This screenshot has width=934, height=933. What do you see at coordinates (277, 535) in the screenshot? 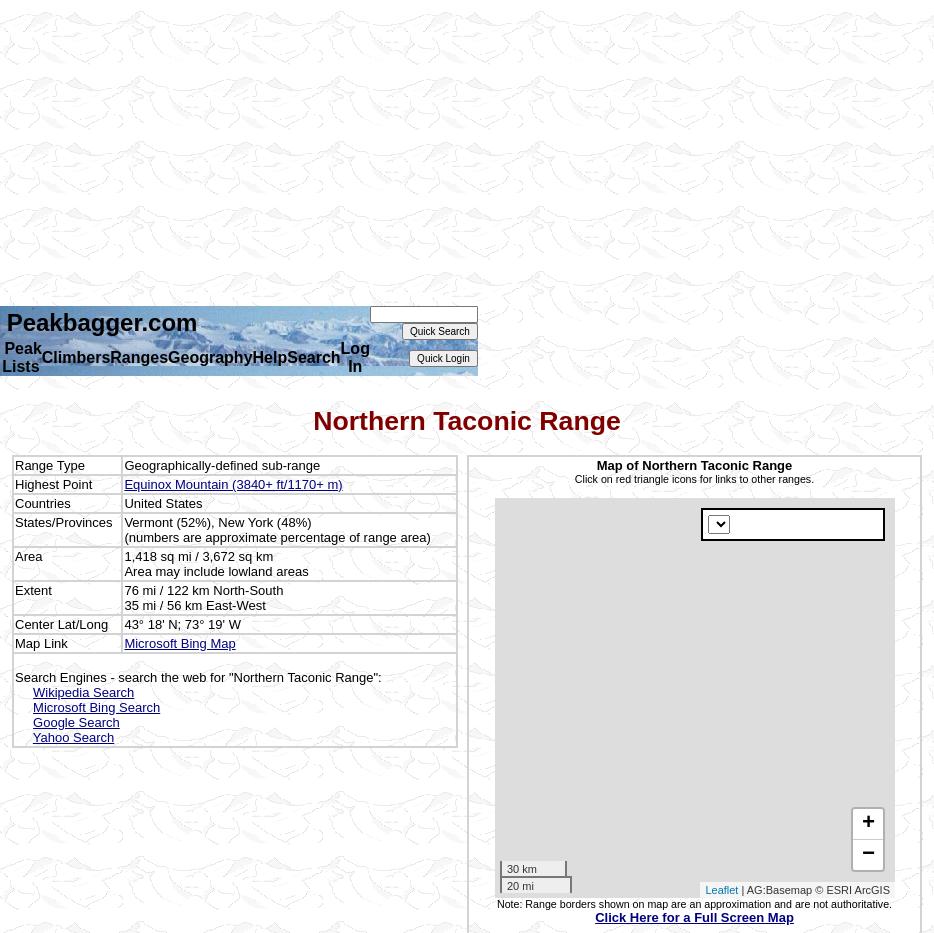
I see `'(numbers are approximate percentage of range area)'` at bounding box center [277, 535].